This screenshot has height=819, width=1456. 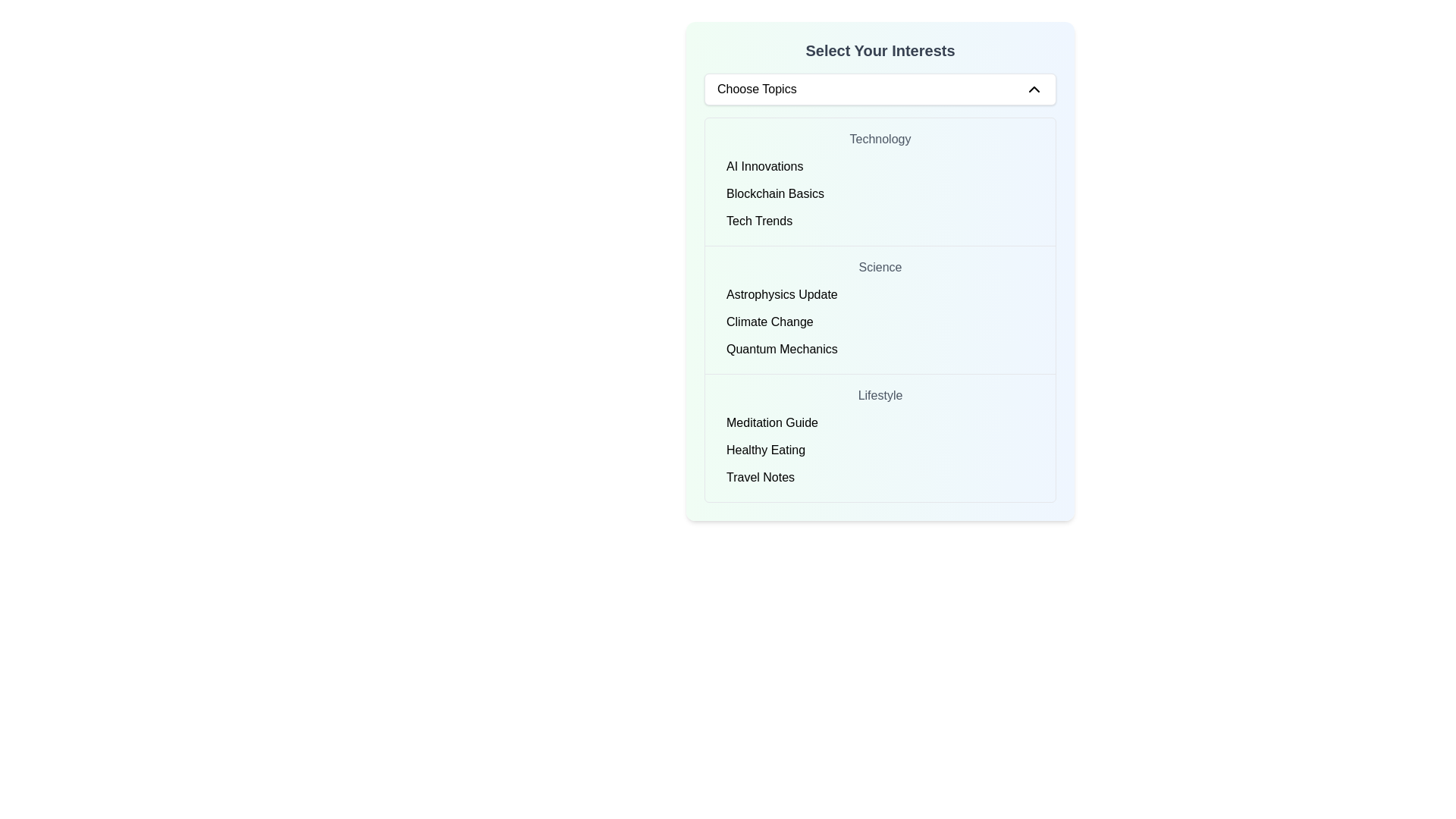 I want to click on the clickable option labeled 'Meditation Guide' in the Lifestyle section, so click(x=880, y=423).